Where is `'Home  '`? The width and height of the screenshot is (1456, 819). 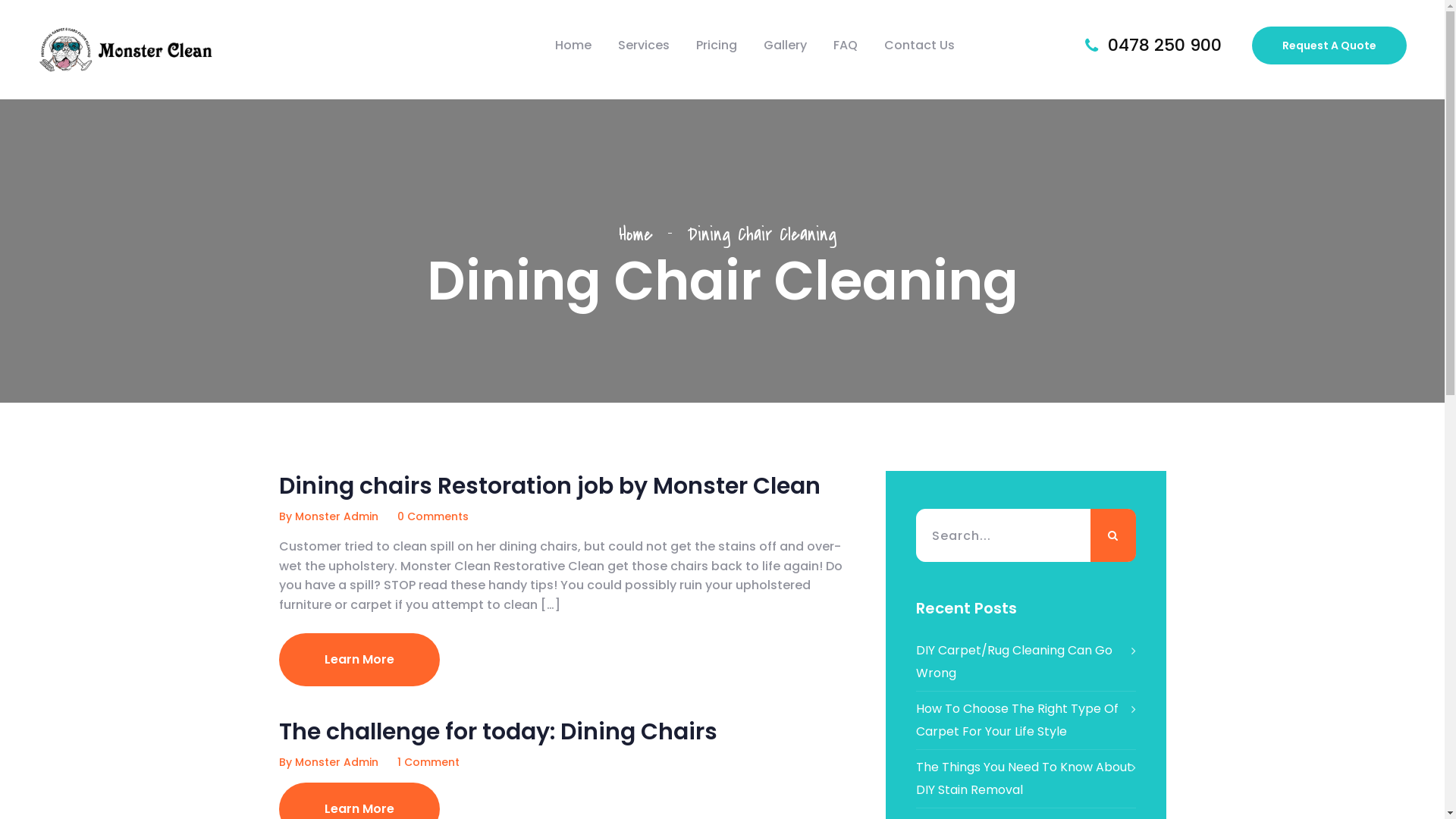
'Home  ' is located at coordinates (619, 234).